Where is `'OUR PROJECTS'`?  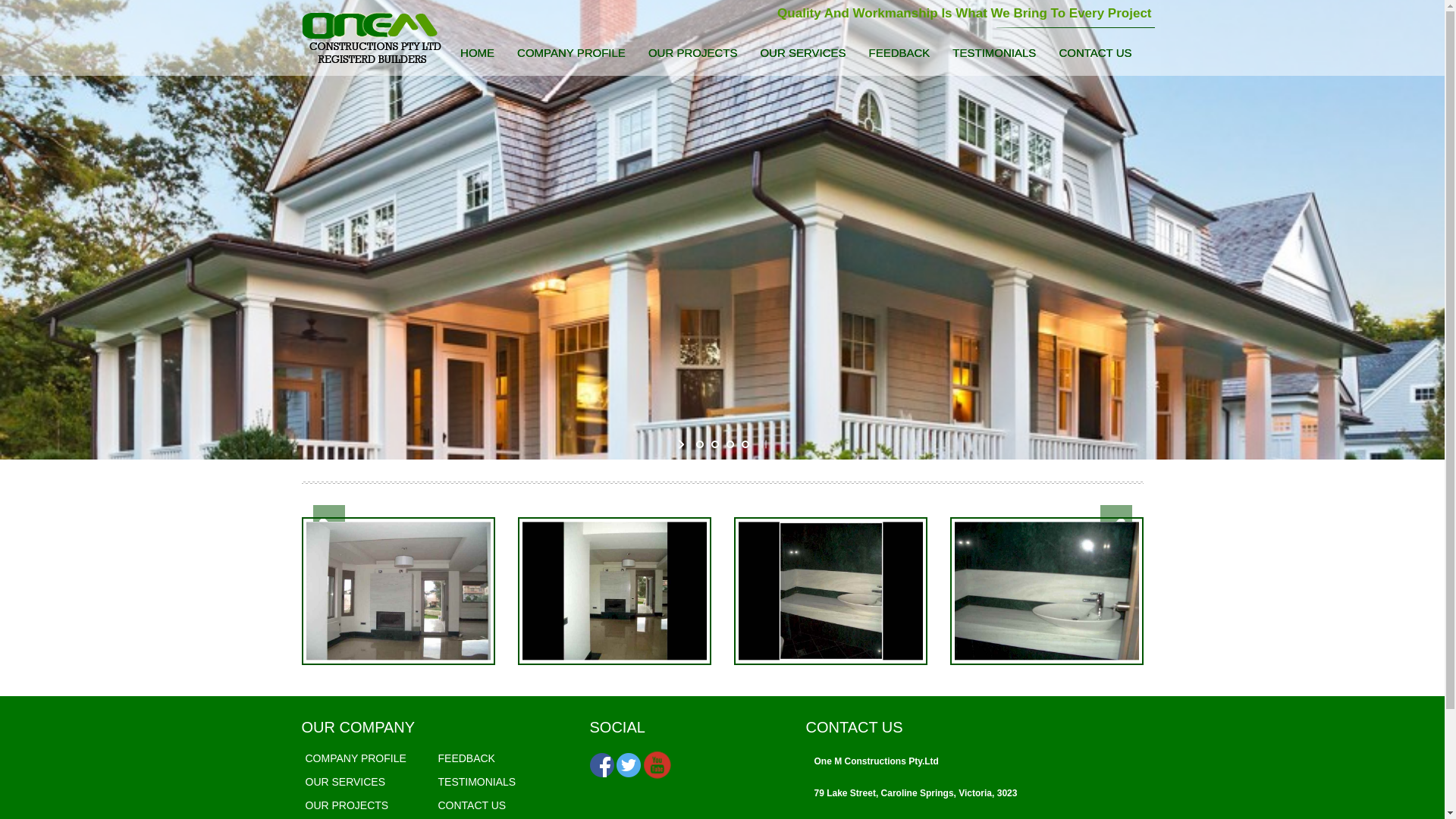
'OUR PROJECTS' is located at coordinates (637, 55).